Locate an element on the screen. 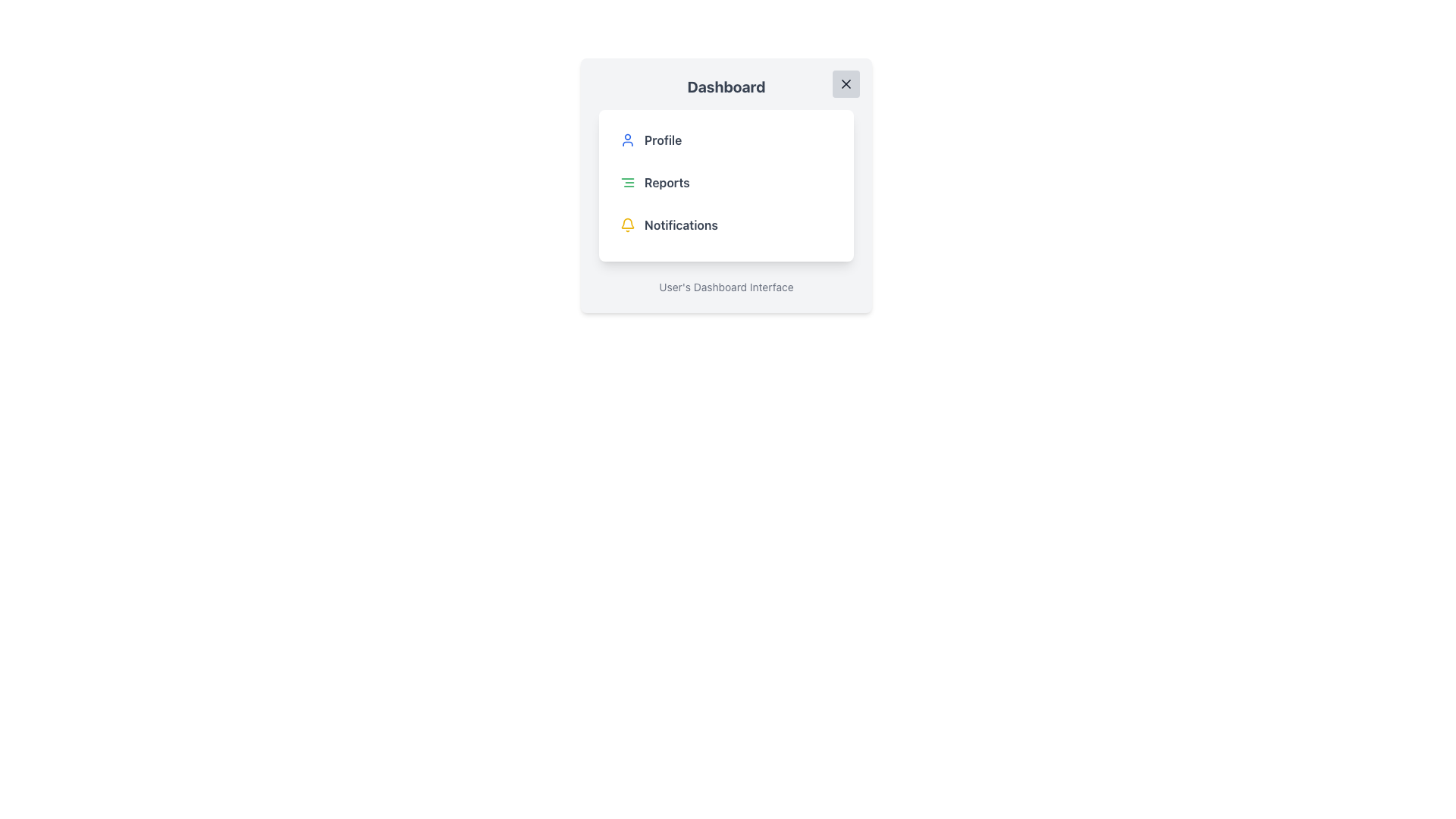 The image size is (1456, 819). the 'Profile' text label, which is bold and gray-colored is located at coordinates (663, 140).